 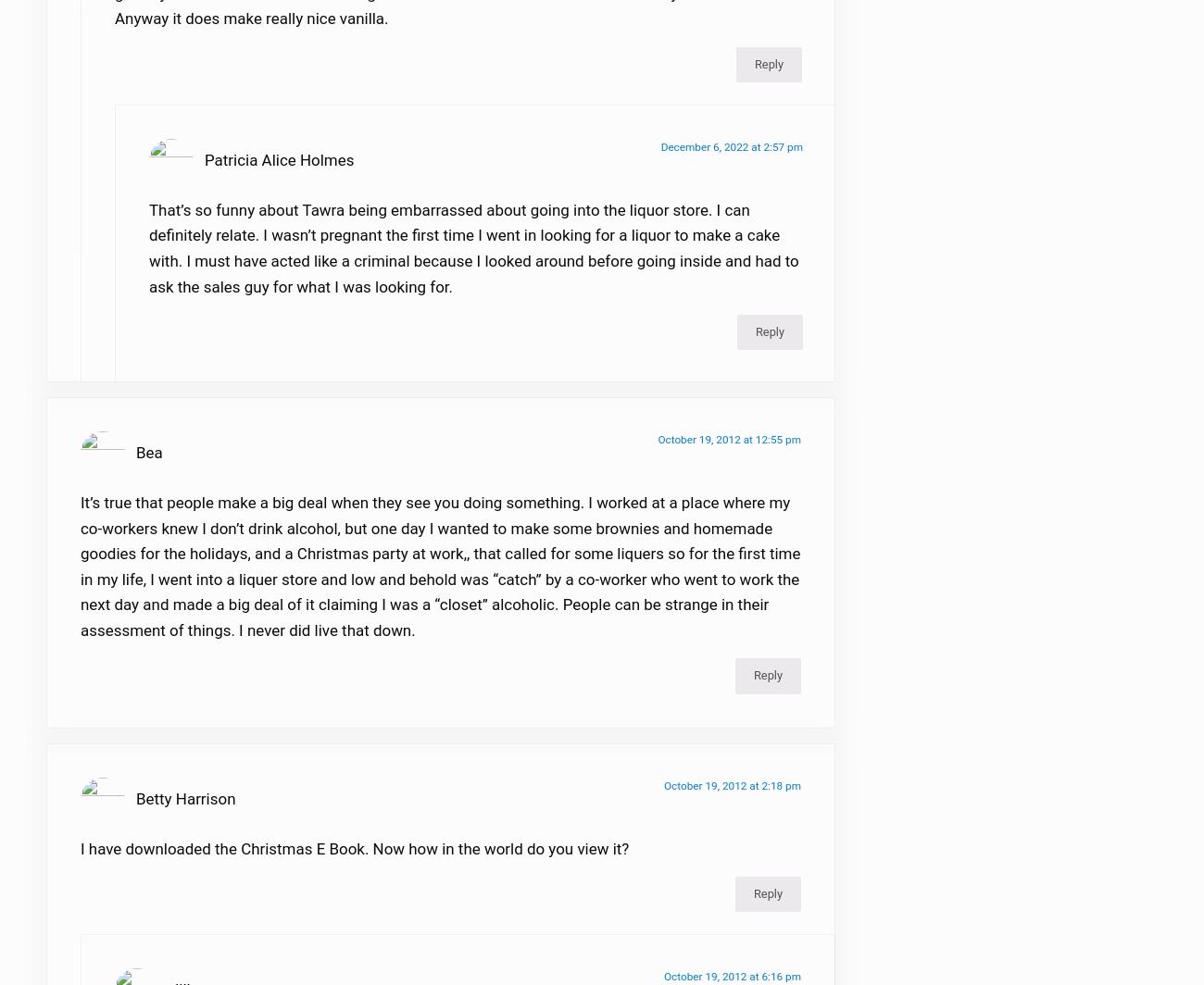 I want to click on 'Bea', so click(x=147, y=464).